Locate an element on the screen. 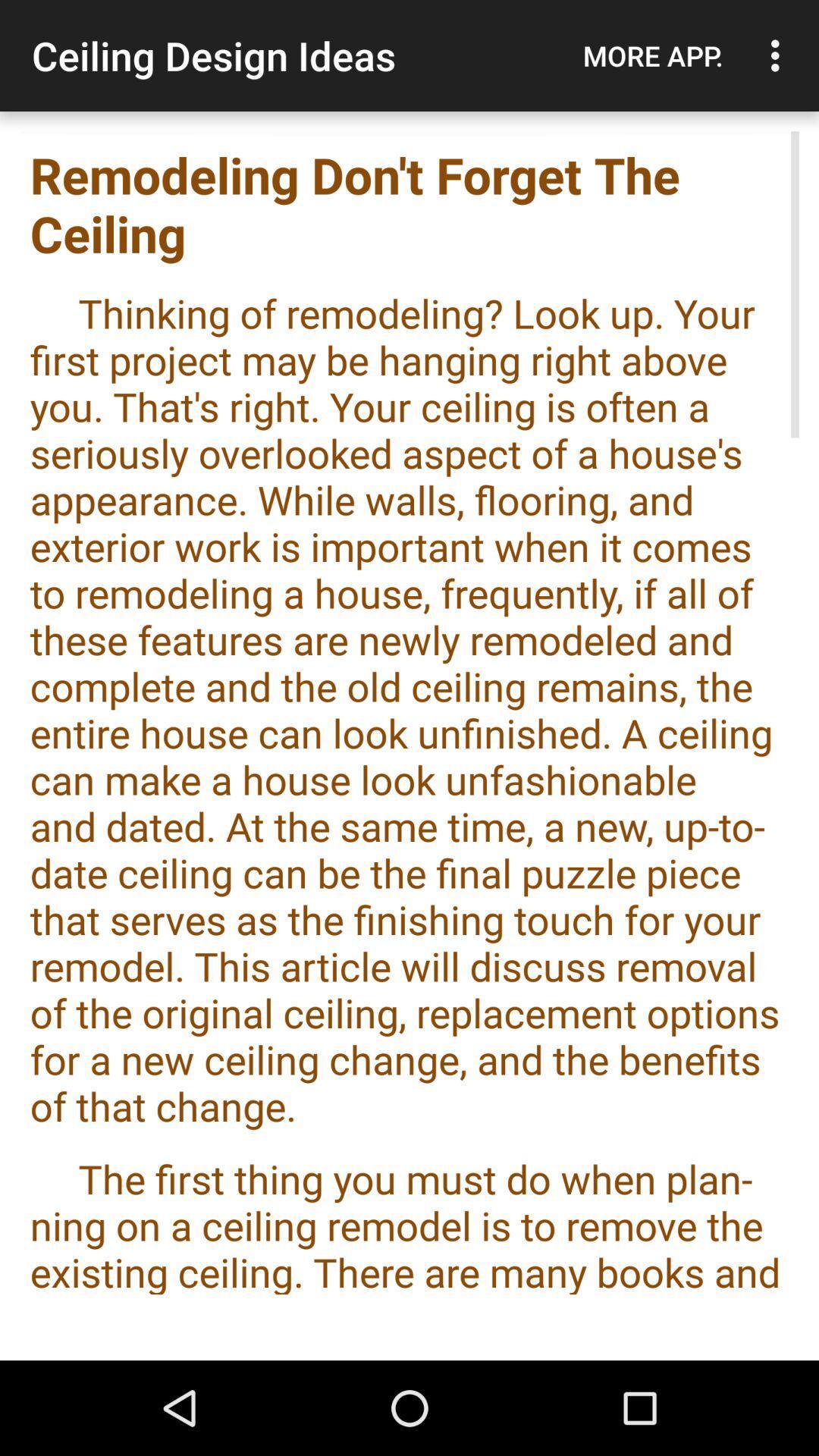  the icon next to the ceiling design ideas item is located at coordinates (652, 55).